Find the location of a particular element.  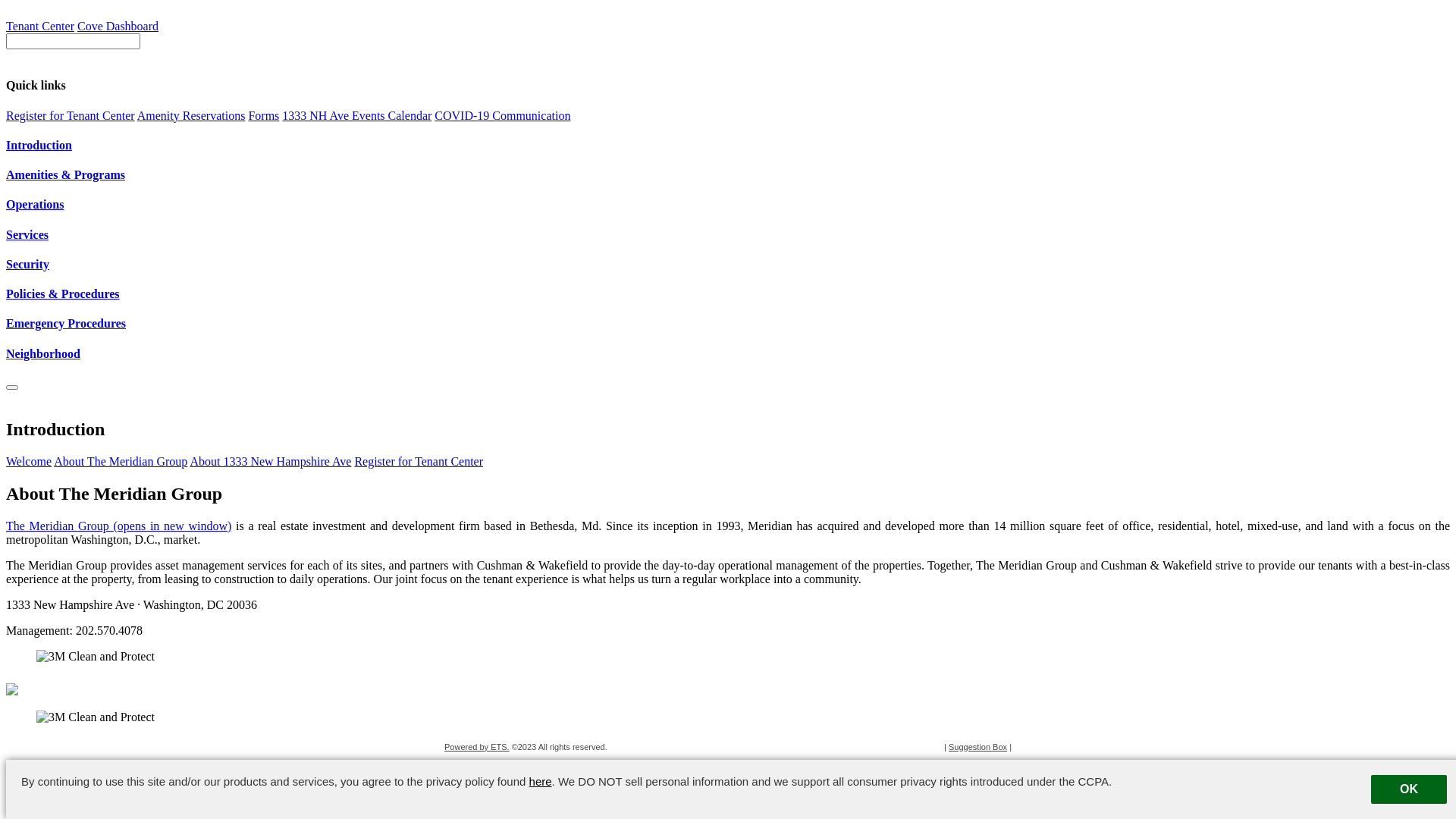

'Amenity Reservations' is located at coordinates (190, 115).